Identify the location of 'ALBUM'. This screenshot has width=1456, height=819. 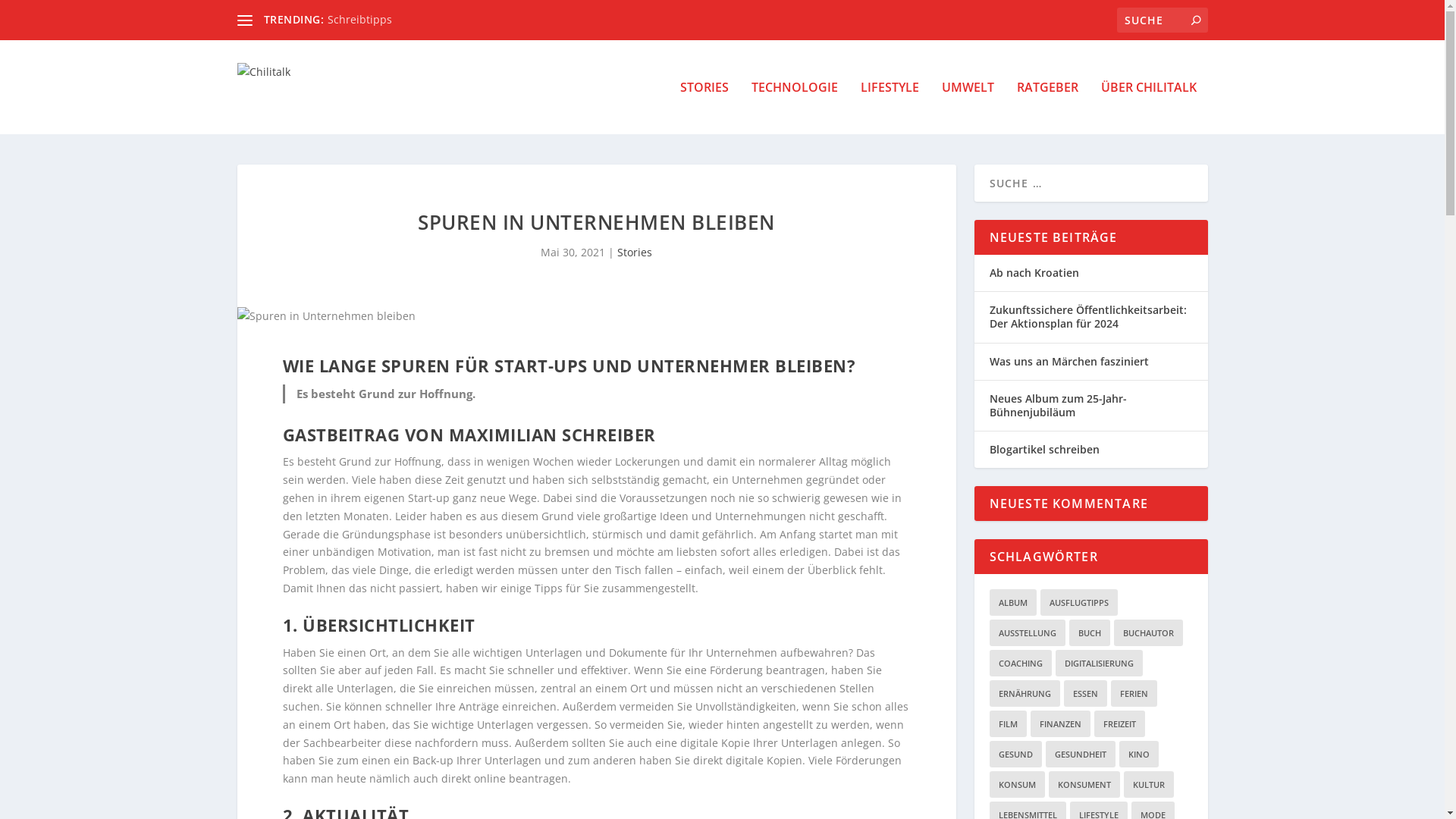
(1012, 601).